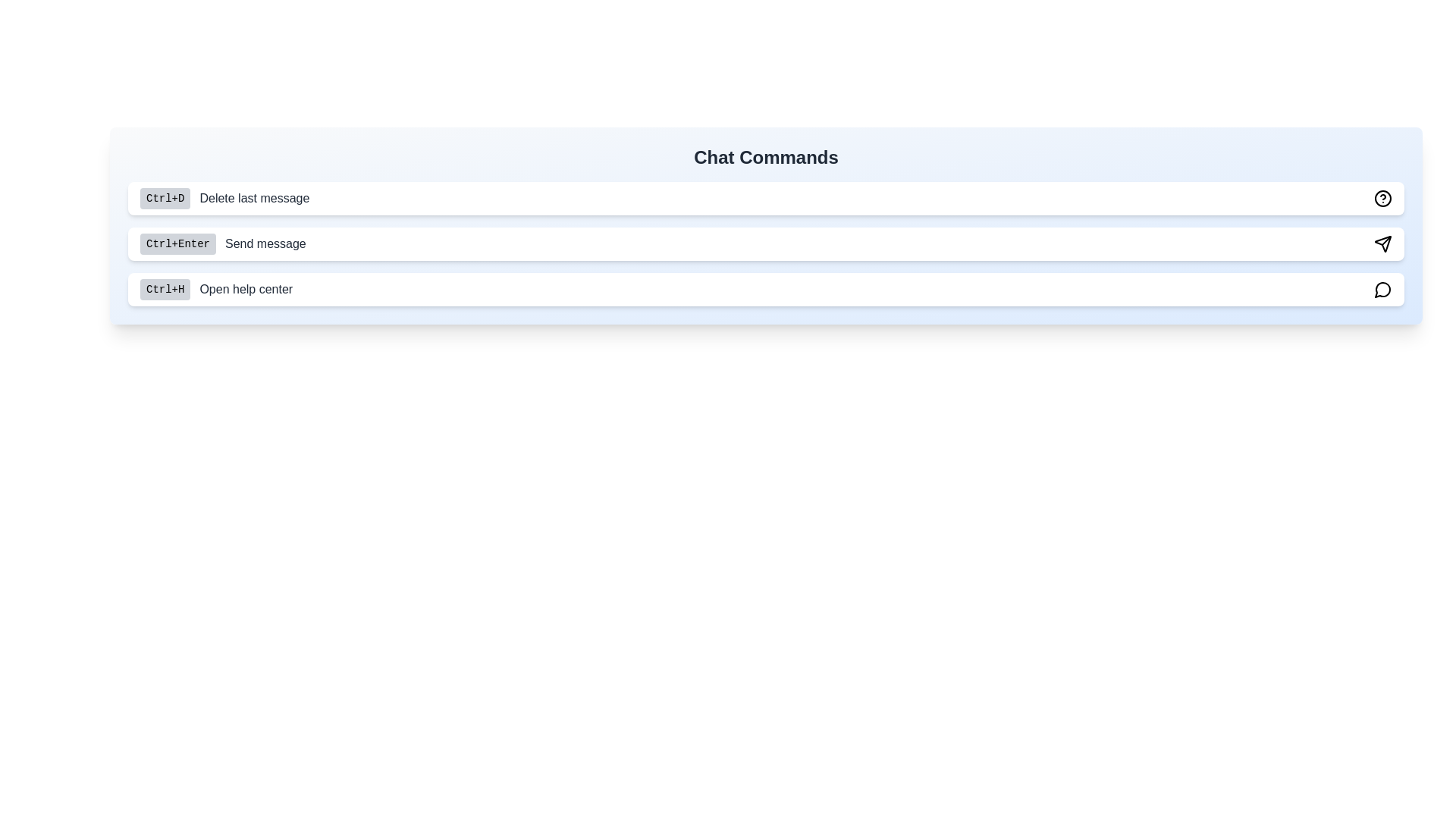 The width and height of the screenshot is (1456, 819). Describe the element at coordinates (1383, 198) in the screenshot. I see `the circular SVG graphic element located at the far-right end of the topmost input field, which serves as an indicator or button` at that location.